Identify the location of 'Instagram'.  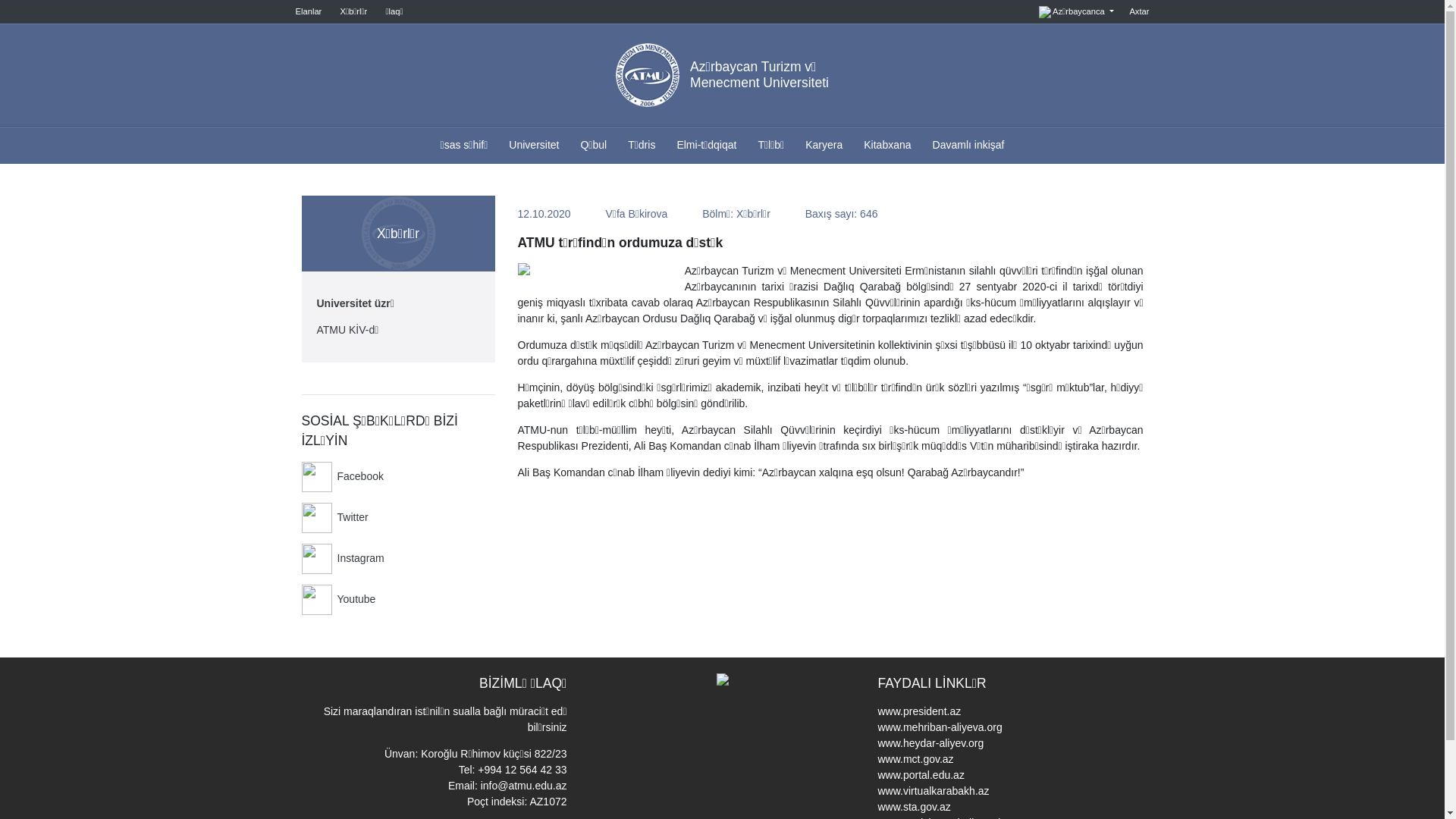
(302, 558).